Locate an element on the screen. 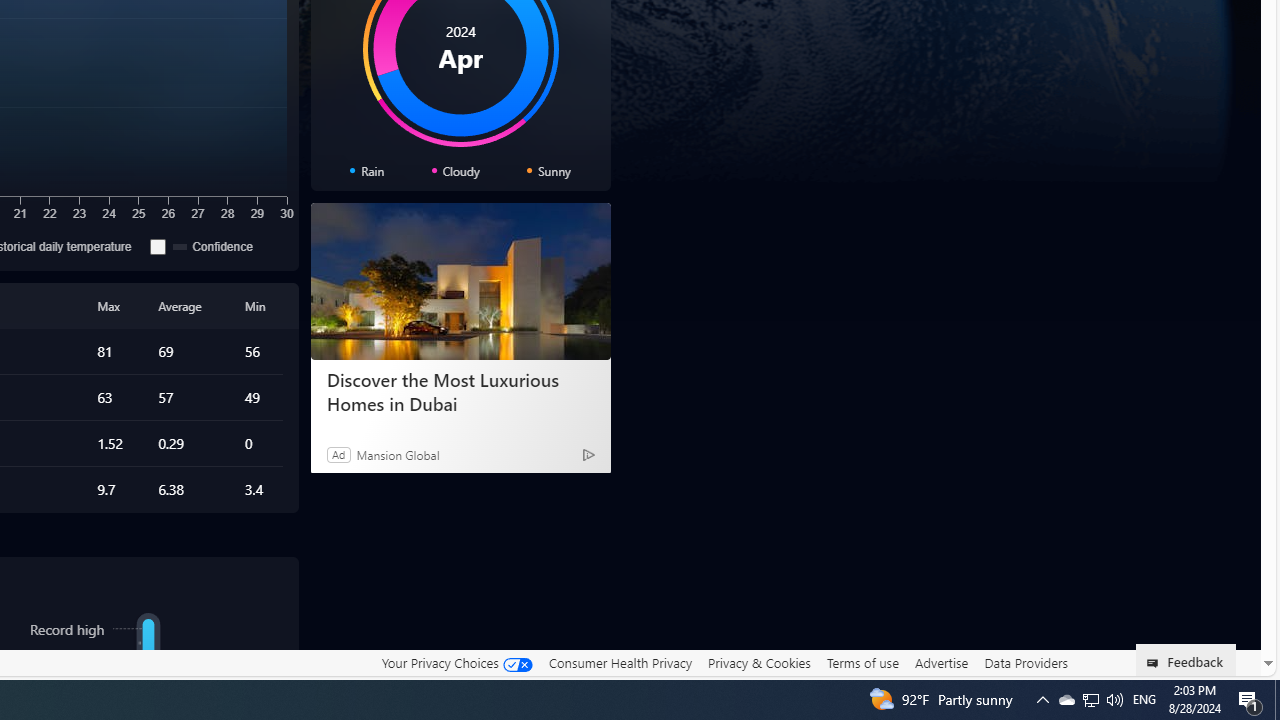  'Privacy & Cookies' is located at coordinates (758, 663).